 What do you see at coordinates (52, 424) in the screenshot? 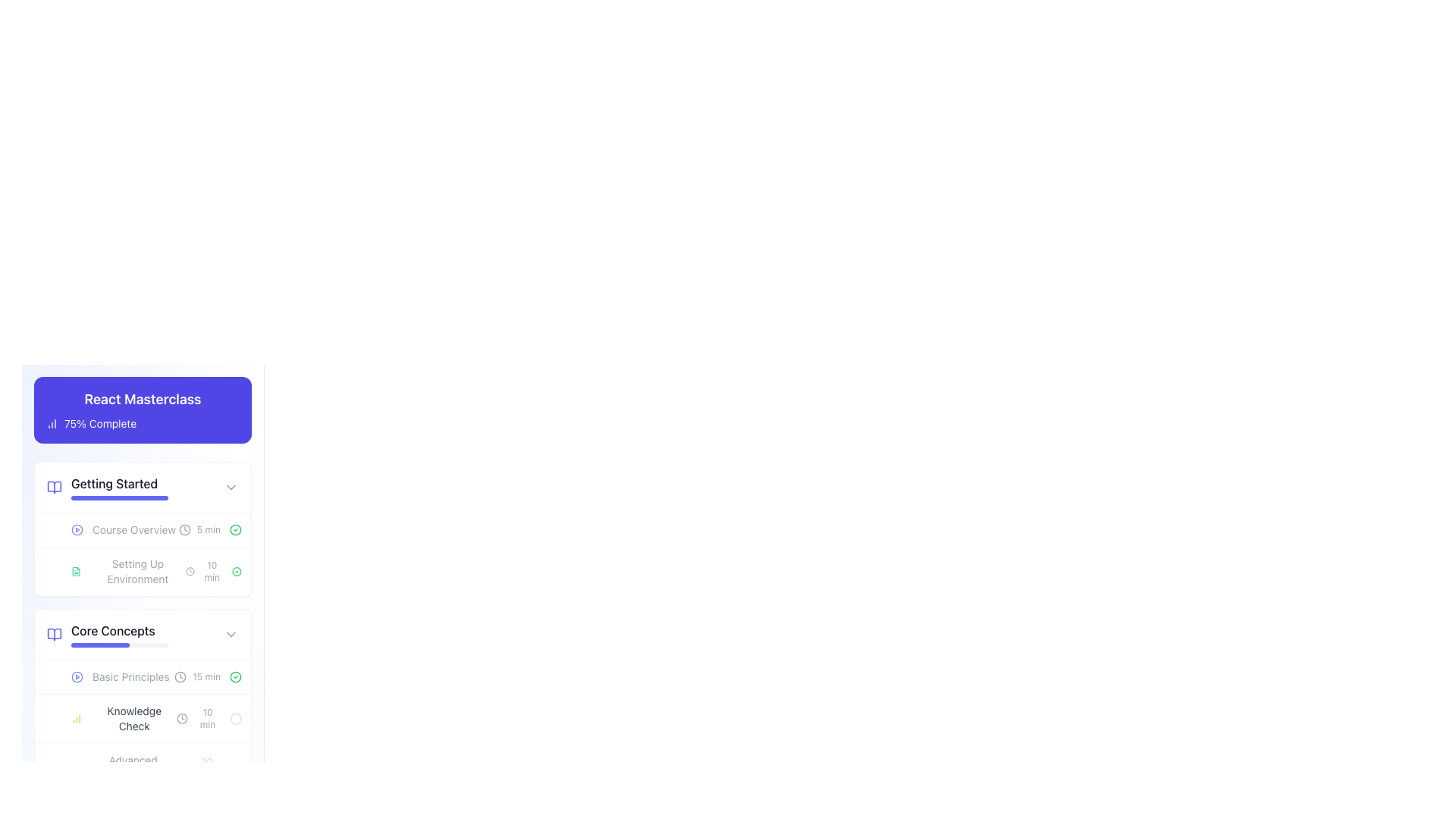
I see `the progress summary icon located to the left of the text '75% Complete' in the 'React Masterclass' section` at bounding box center [52, 424].